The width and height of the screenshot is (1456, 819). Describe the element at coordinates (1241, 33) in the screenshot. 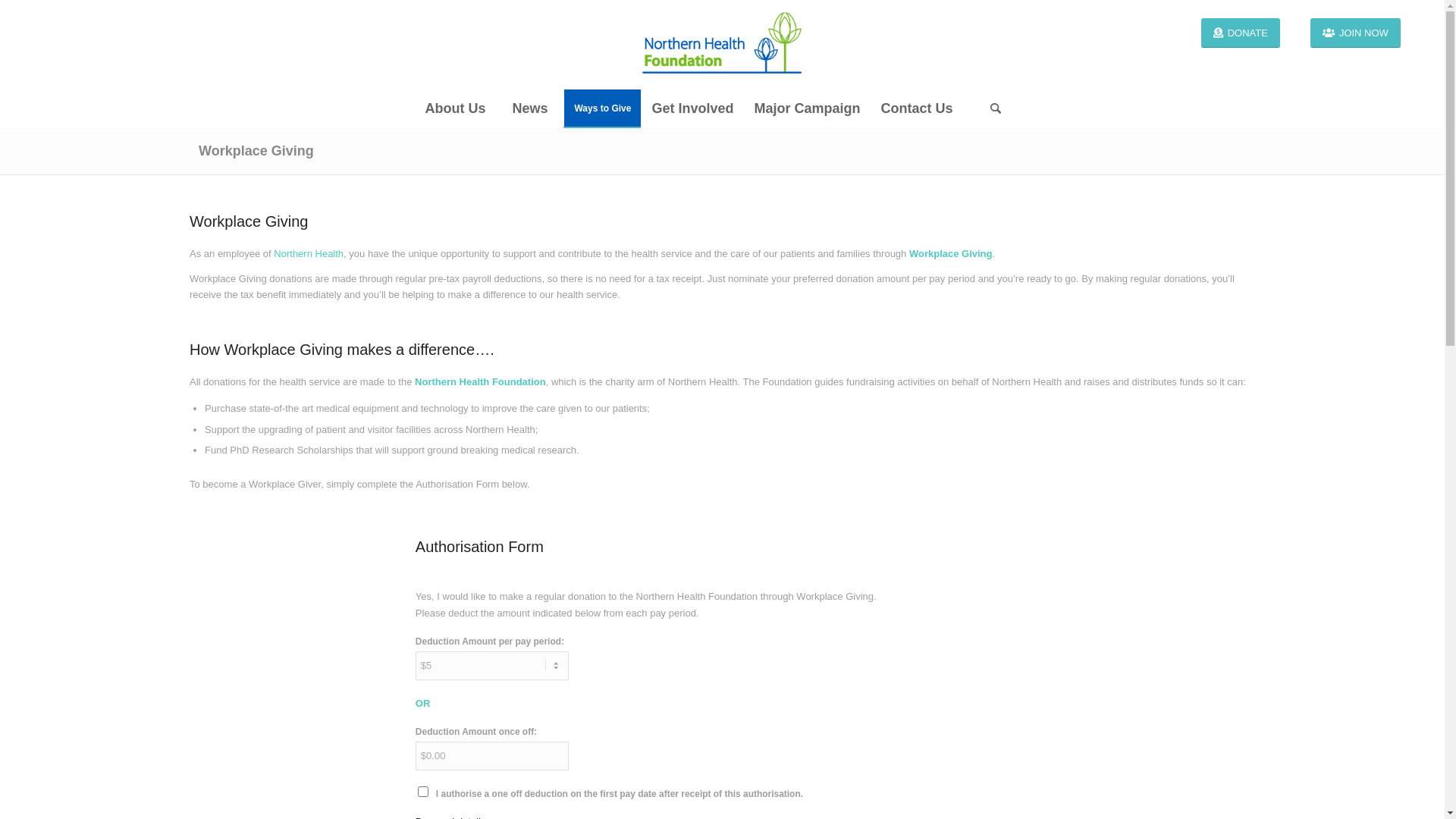

I see `'DONATE'` at that location.